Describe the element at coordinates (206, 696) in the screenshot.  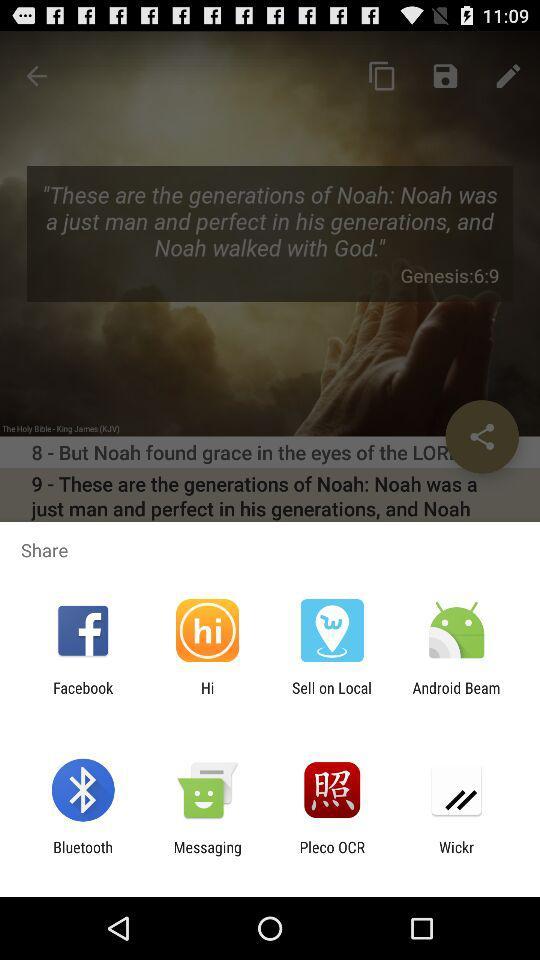
I see `app to the right of facebook icon` at that location.